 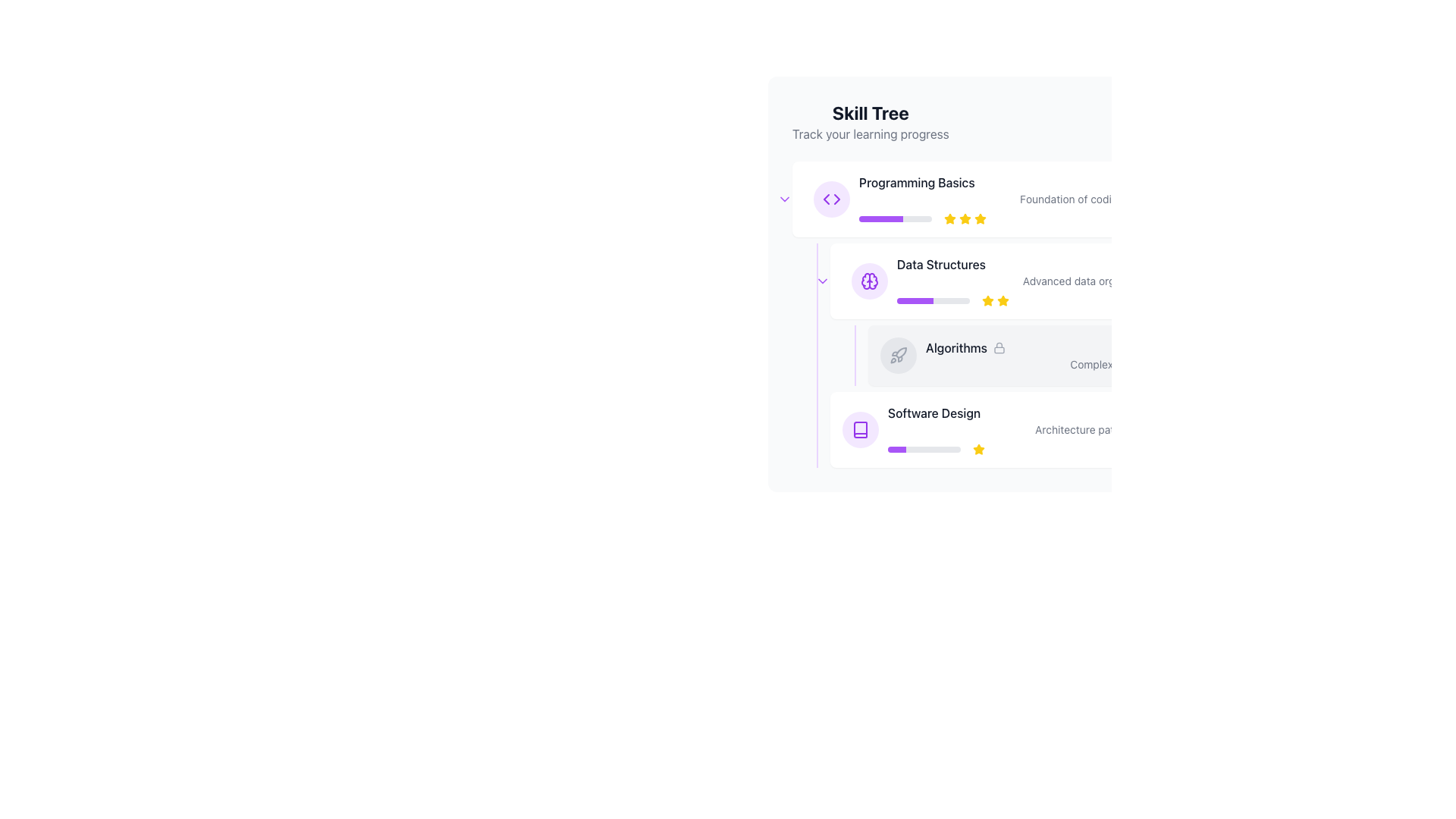 What do you see at coordinates (987, 300) in the screenshot?
I see `the star icon at the end of the progress bar in the 'Data Structures' section of the skill tree to interact with its rating or completion function` at bounding box center [987, 300].